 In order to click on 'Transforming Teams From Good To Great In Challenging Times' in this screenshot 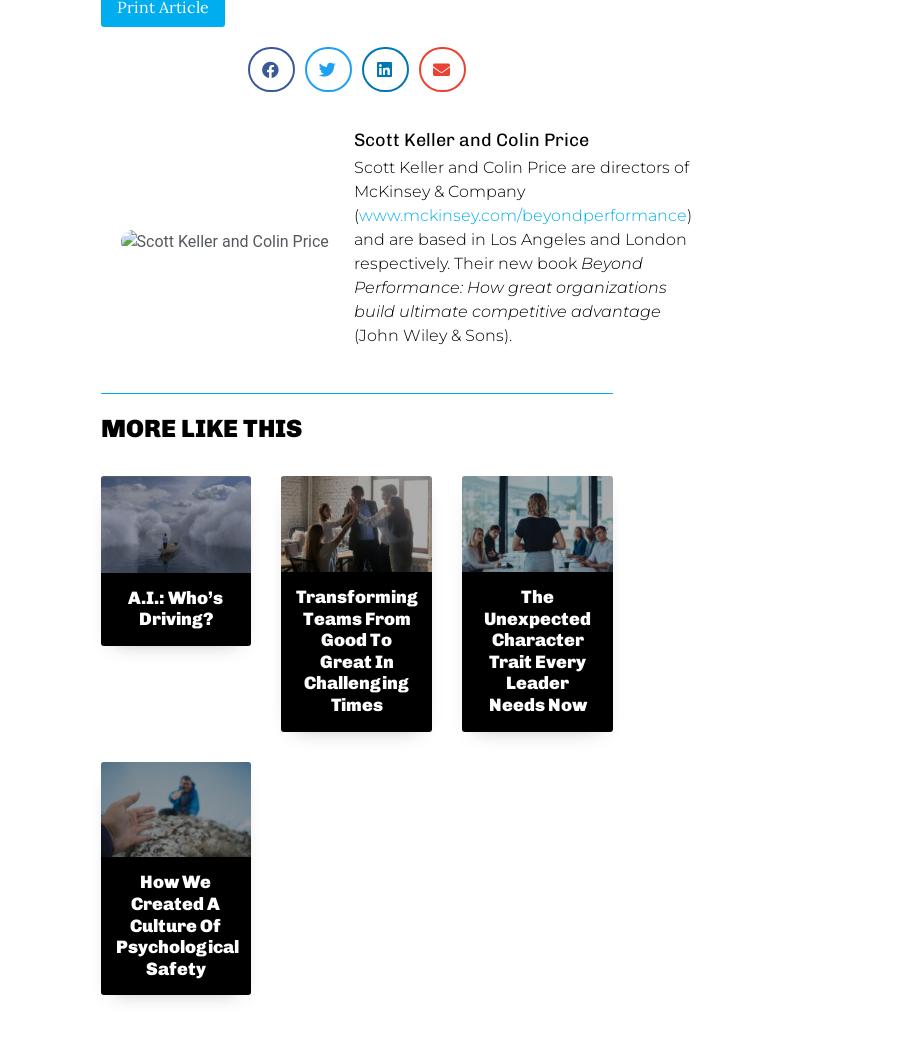, I will do `click(357, 651)`.